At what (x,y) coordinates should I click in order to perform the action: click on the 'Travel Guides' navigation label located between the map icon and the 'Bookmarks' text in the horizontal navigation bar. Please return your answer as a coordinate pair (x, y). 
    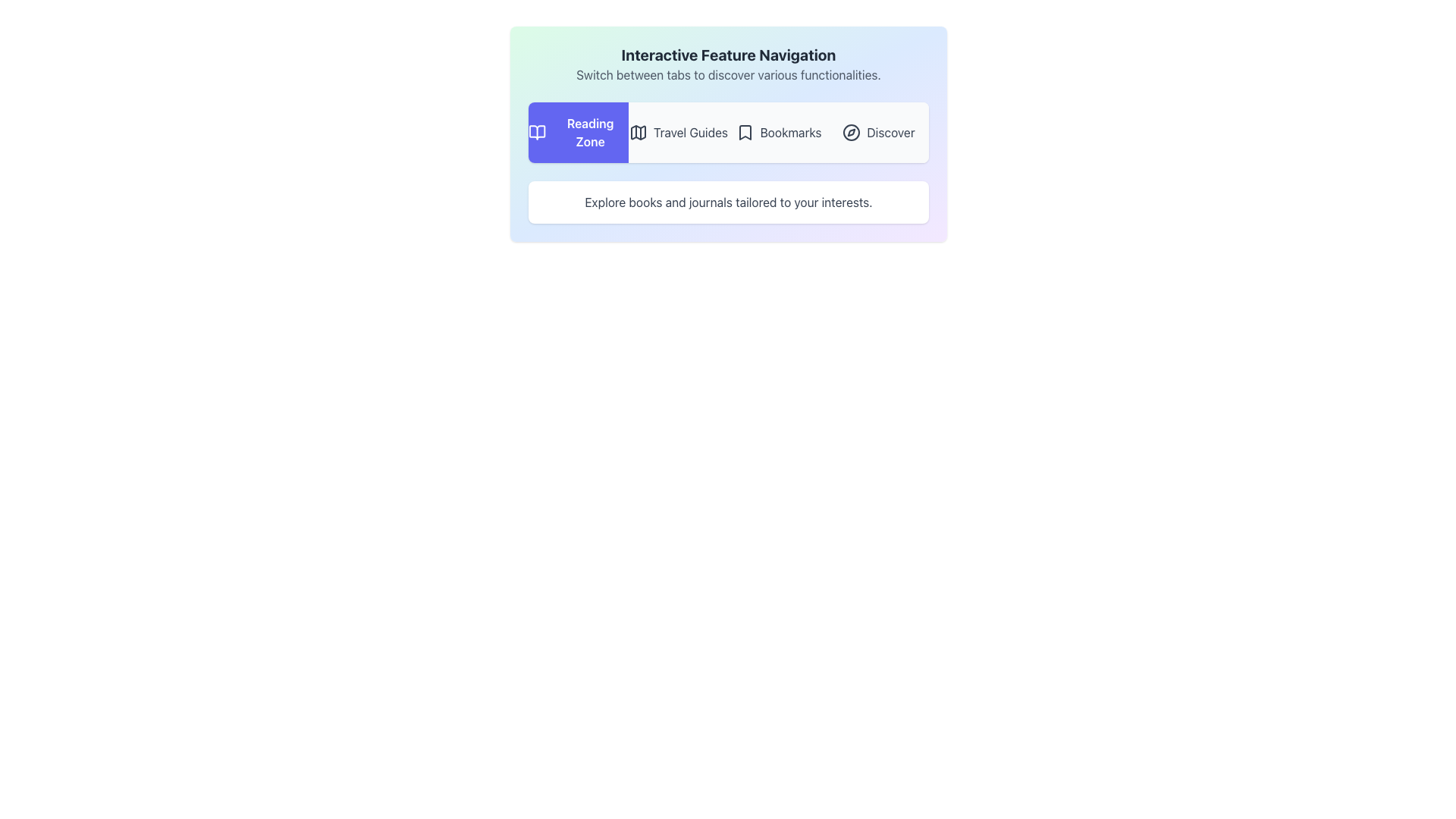
    Looking at the image, I should click on (690, 131).